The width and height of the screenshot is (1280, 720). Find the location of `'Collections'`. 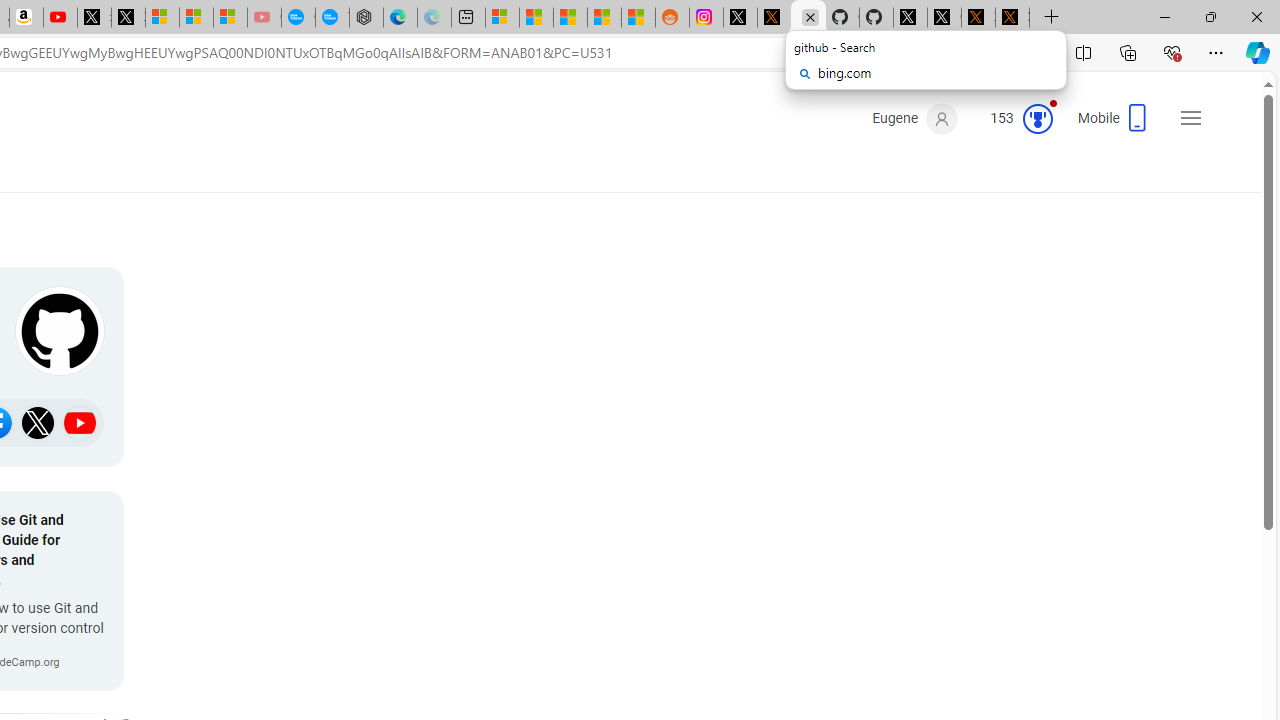

'Collections' is located at coordinates (1128, 51).